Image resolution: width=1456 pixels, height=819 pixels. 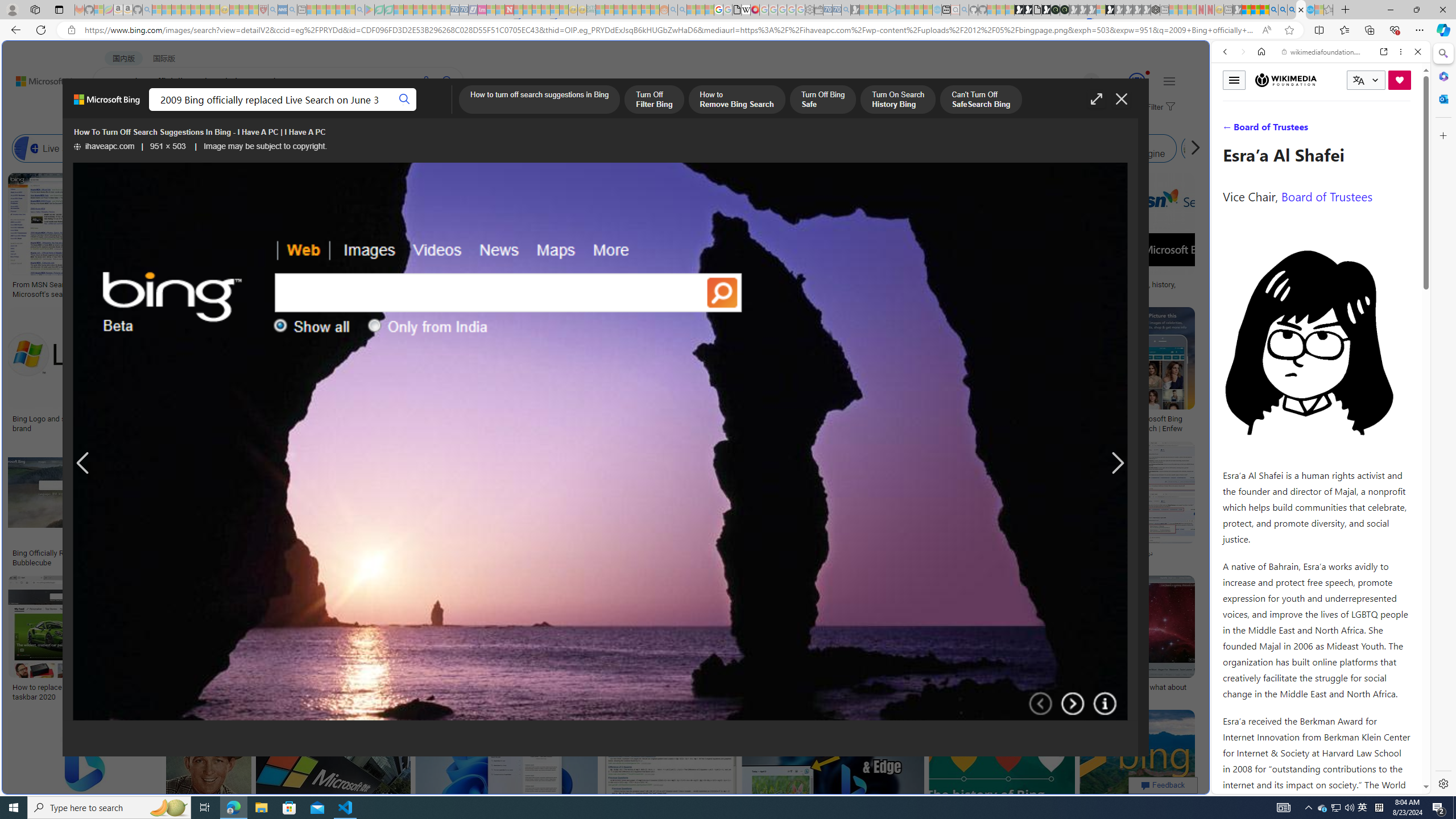 I want to click on 'Bing: rebranding search: idsgn (a design blog)', so click(x=700, y=289).